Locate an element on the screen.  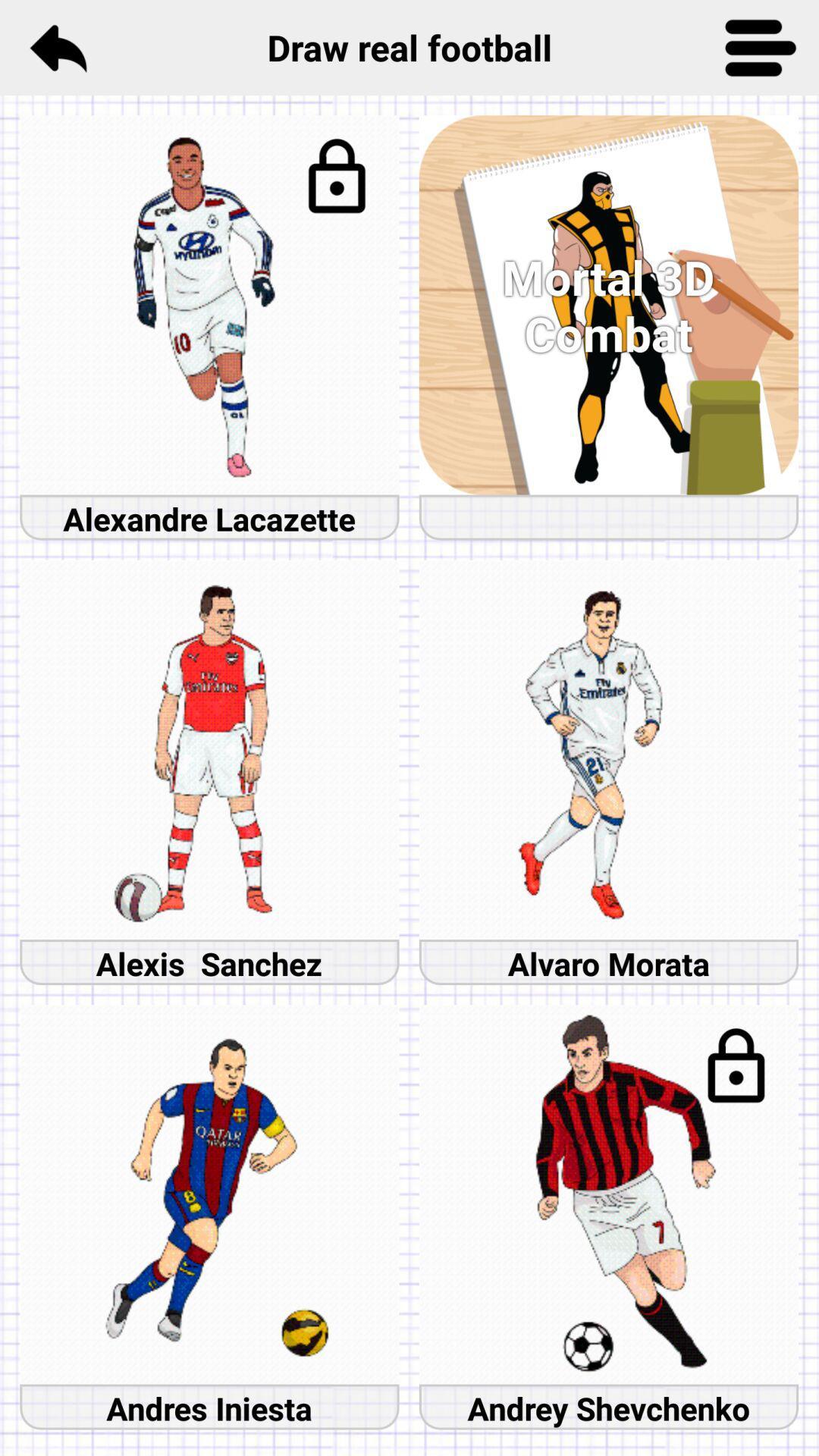
the reply icon is located at coordinates (57, 47).